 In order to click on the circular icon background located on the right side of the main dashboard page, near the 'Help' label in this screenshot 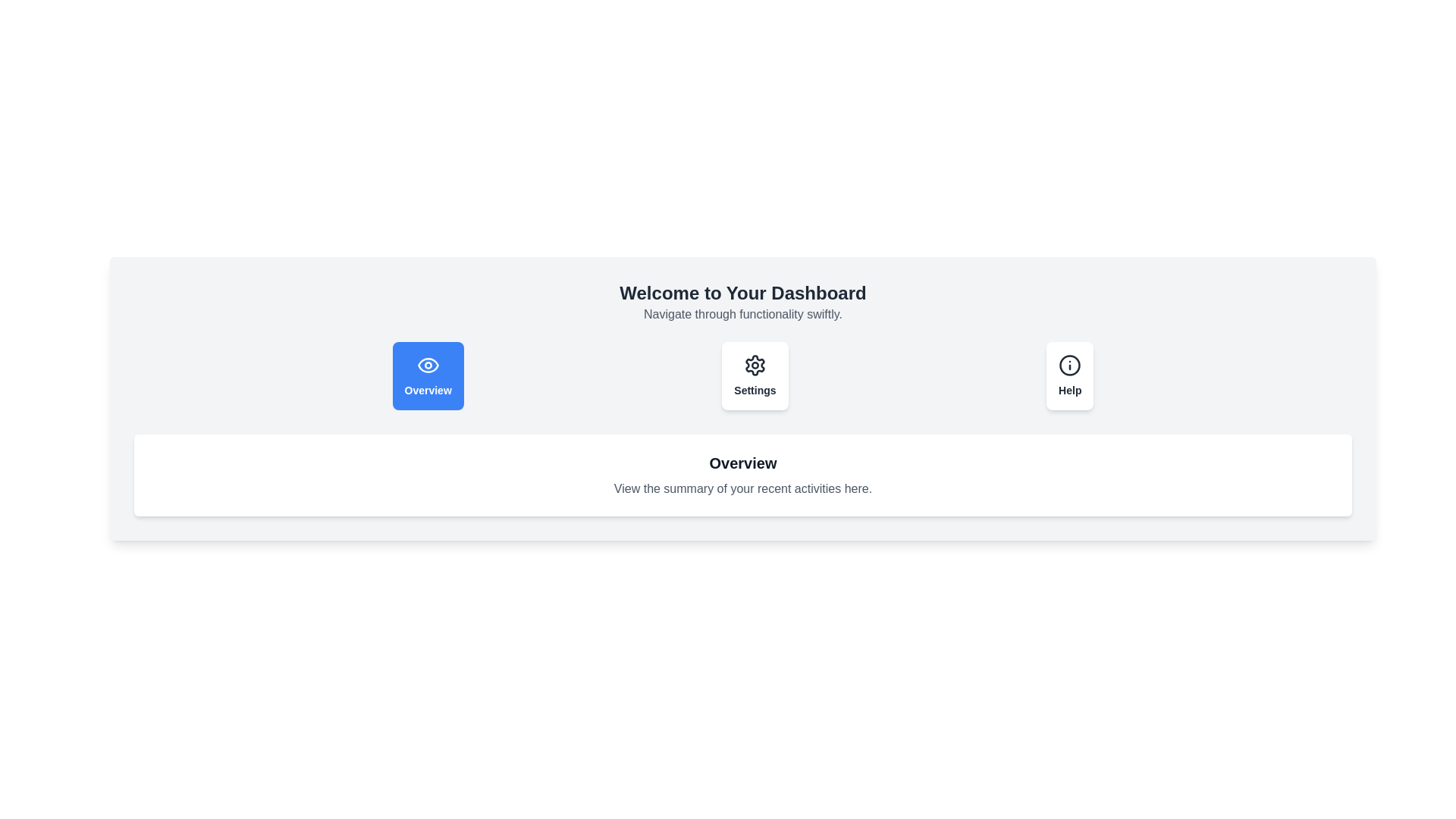, I will do `click(1069, 366)`.